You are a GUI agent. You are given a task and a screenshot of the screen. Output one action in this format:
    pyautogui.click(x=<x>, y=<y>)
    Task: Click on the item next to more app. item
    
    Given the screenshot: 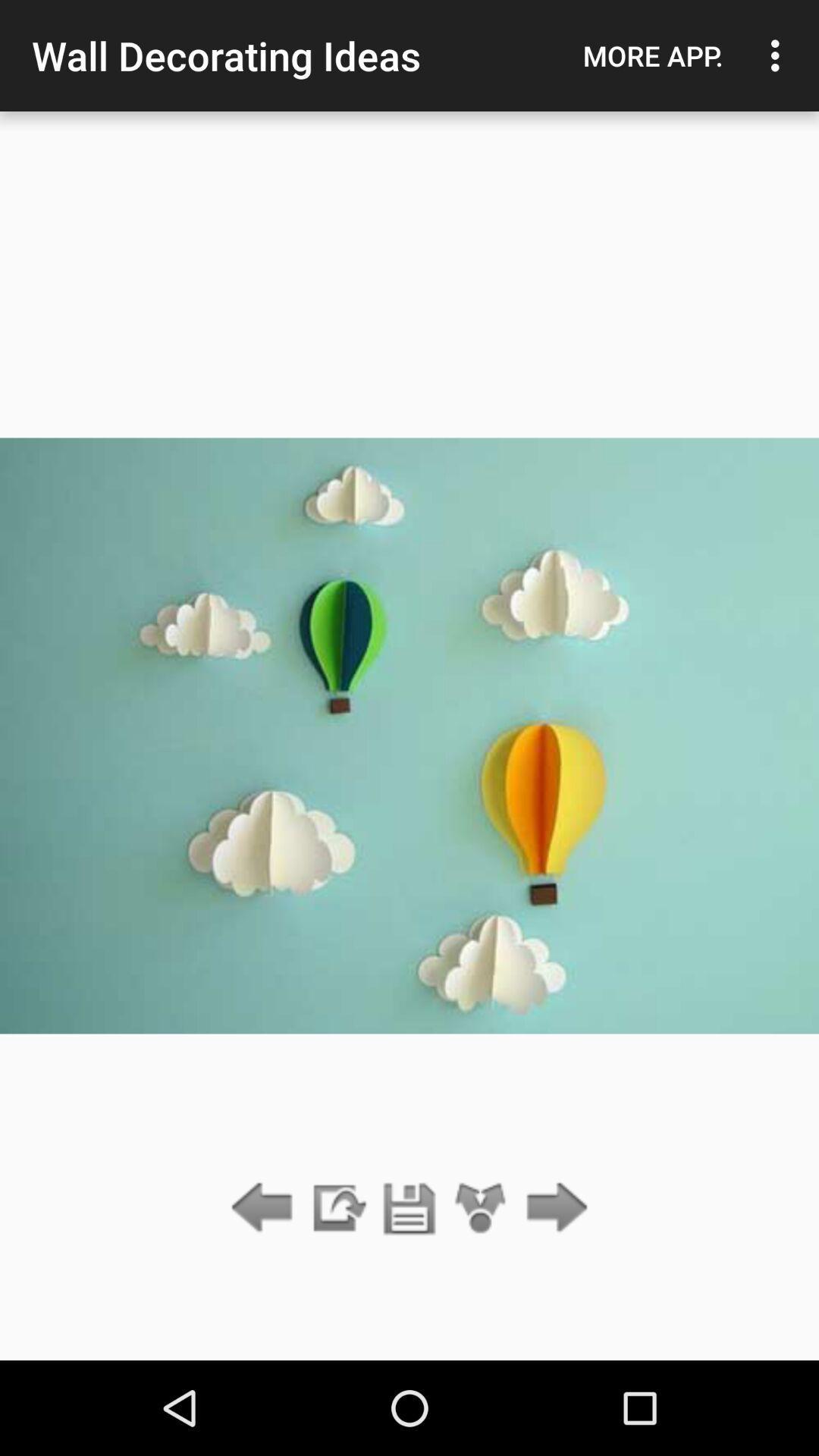 What is the action you would take?
    pyautogui.click(x=779, y=55)
    